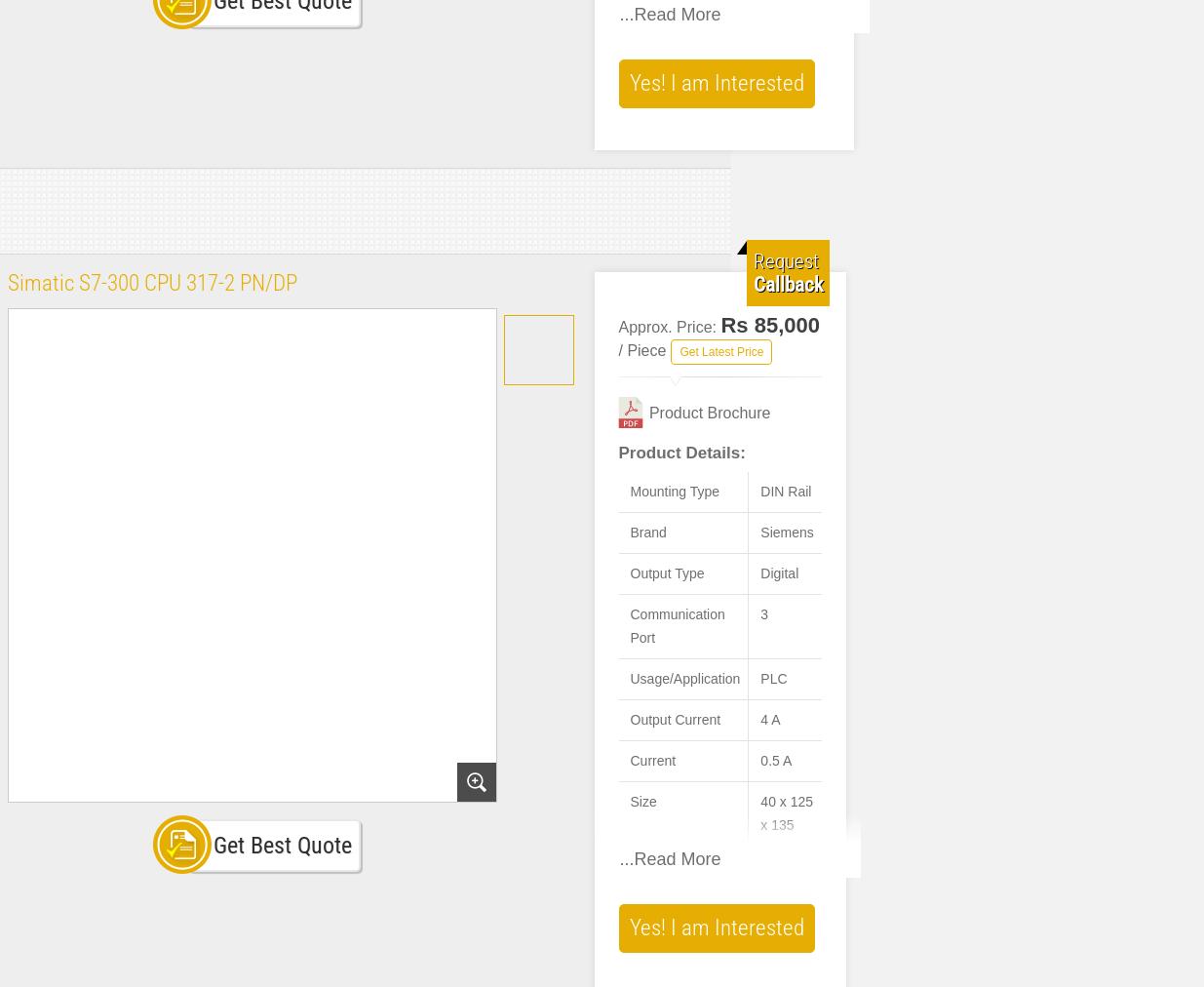  I want to click on 'Approx. Price:', so click(618, 326).